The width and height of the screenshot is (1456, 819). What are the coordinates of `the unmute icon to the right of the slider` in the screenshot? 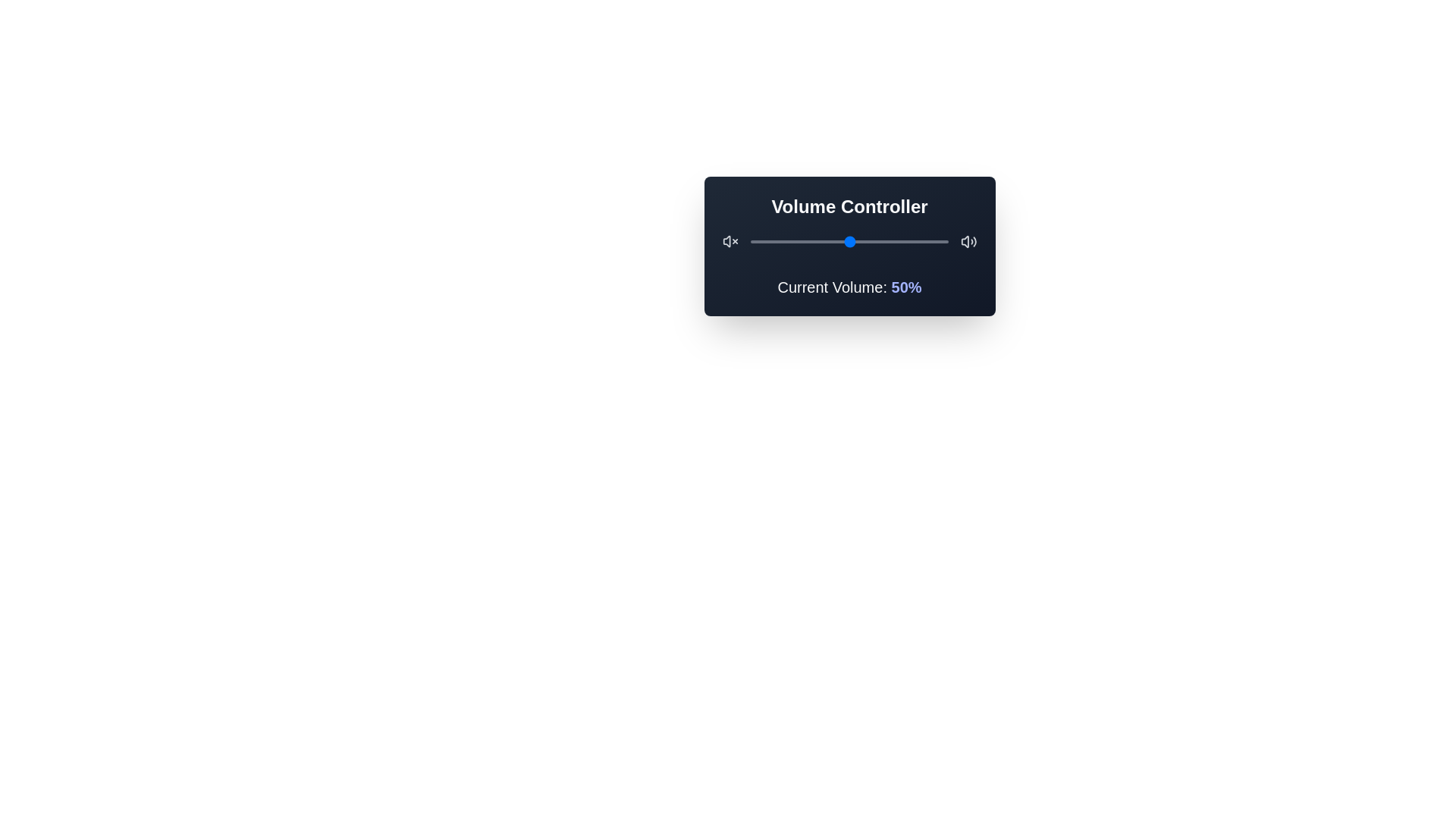 It's located at (968, 241).